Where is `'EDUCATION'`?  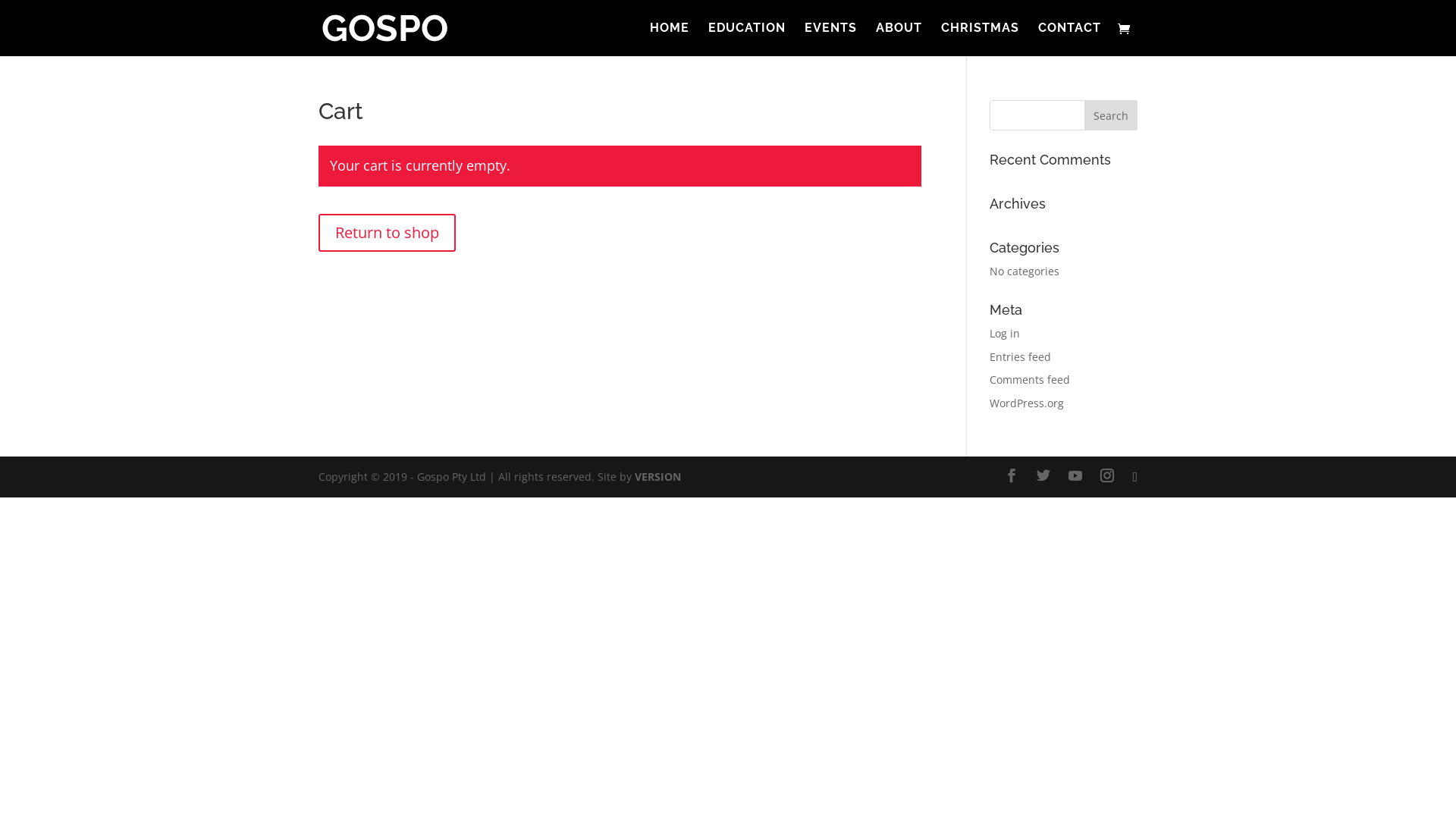 'EDUCATION' is located at coordinates (708, 38).